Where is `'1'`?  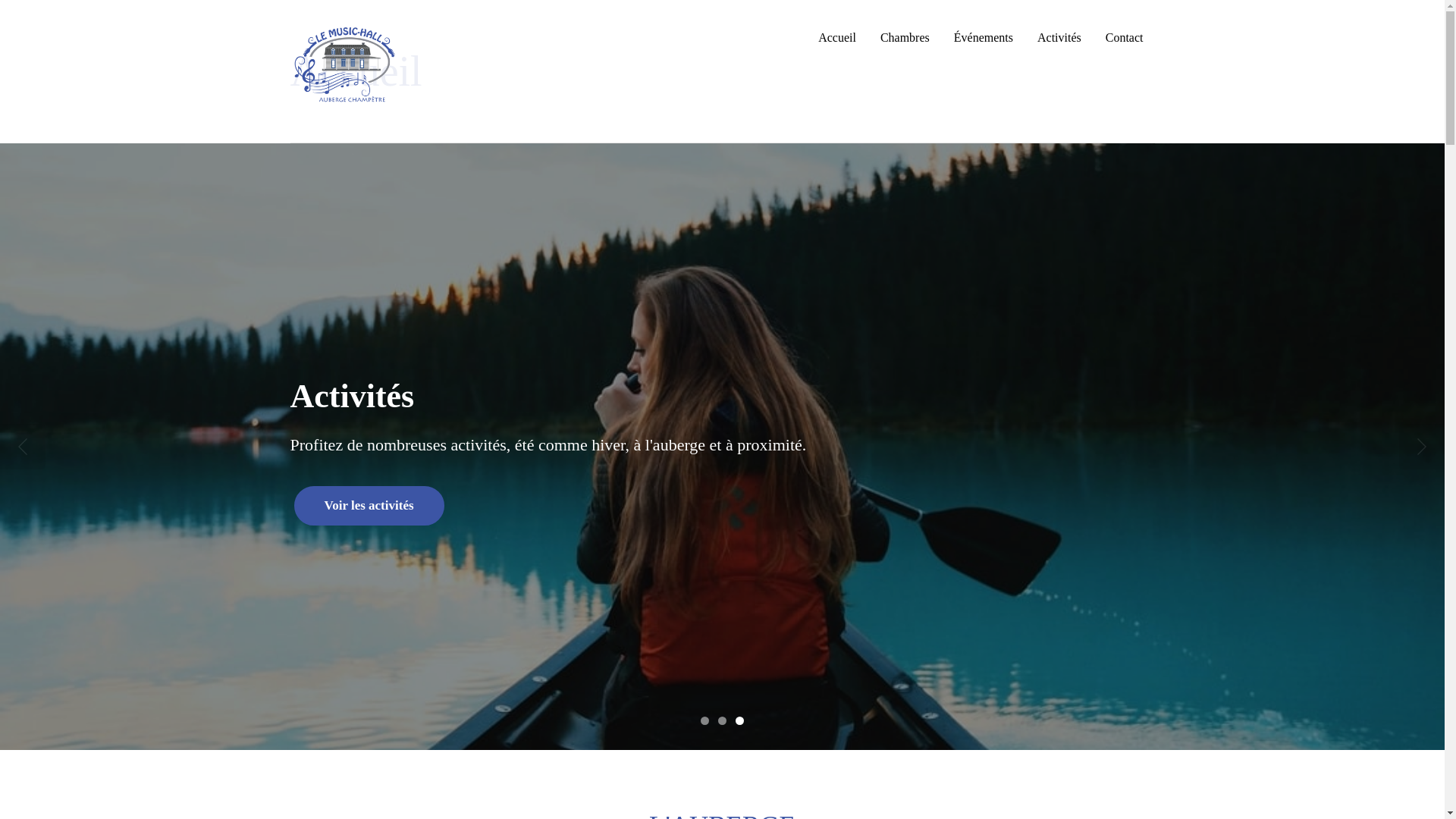 '1' is located at coordinates (704, 720).